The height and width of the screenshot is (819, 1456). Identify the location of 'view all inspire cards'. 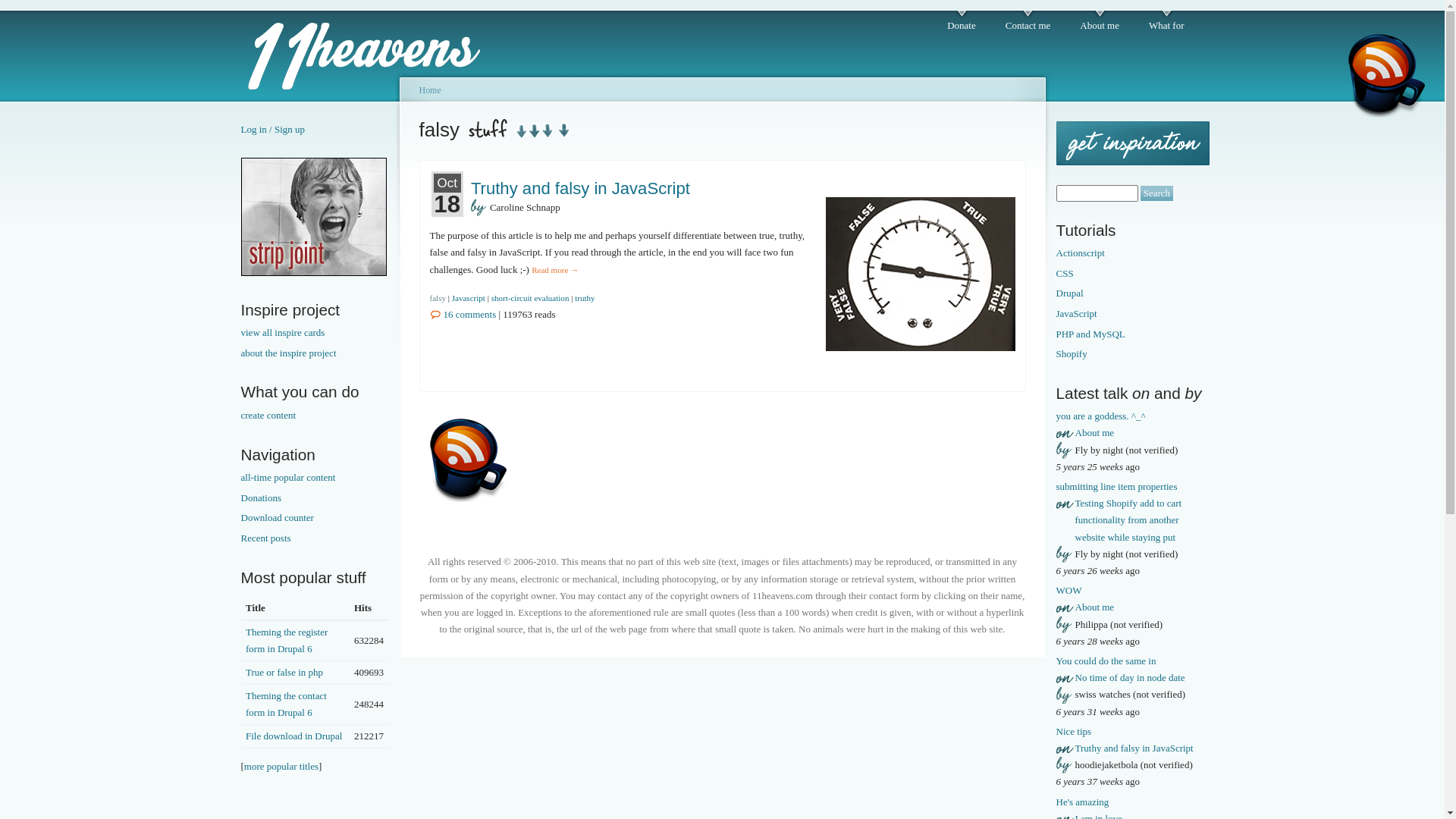
(314, 332).